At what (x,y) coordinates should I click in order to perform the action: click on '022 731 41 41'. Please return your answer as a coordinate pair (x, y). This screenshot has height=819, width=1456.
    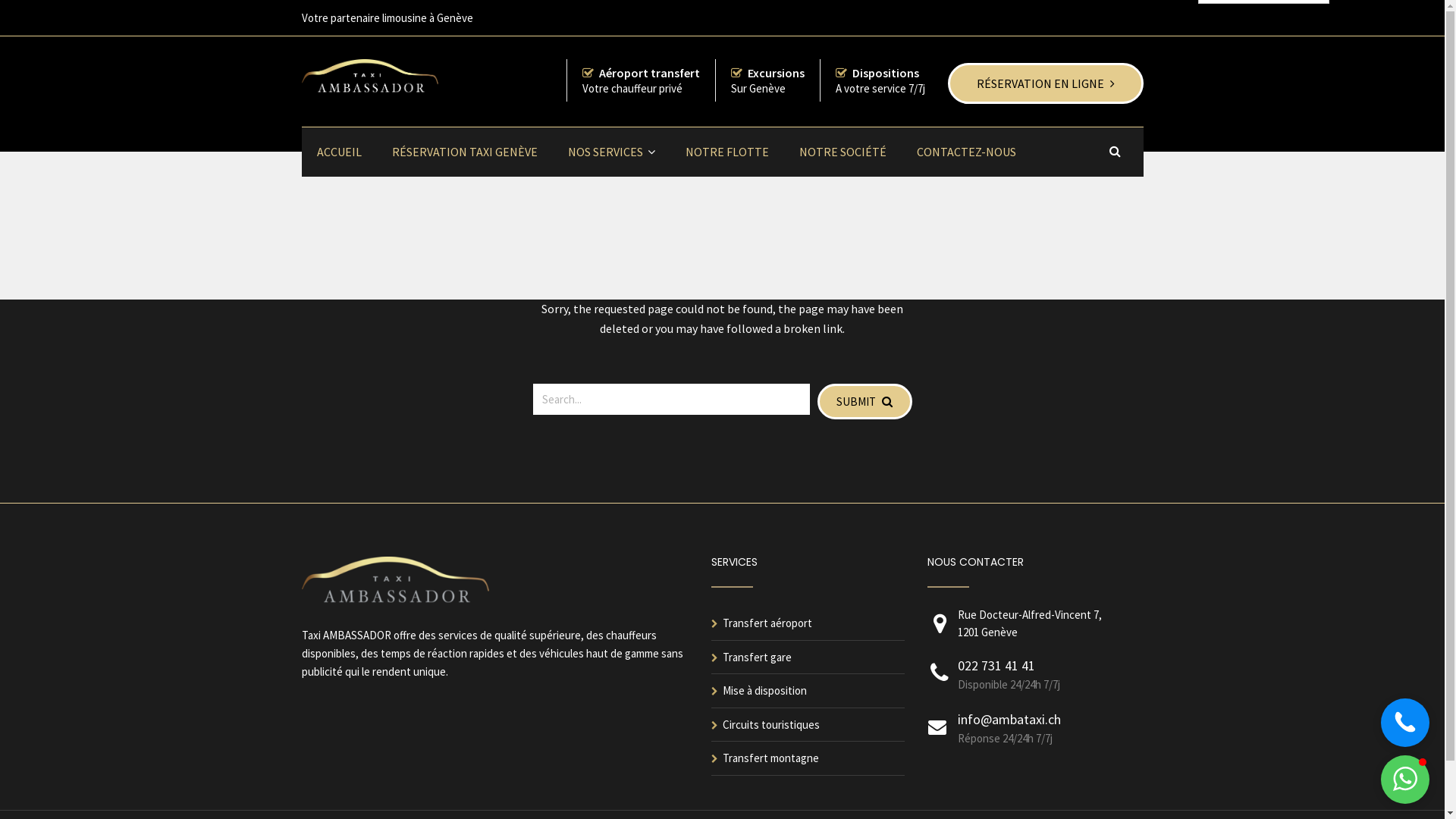
    Looking at the image, I should click on (996, 664).